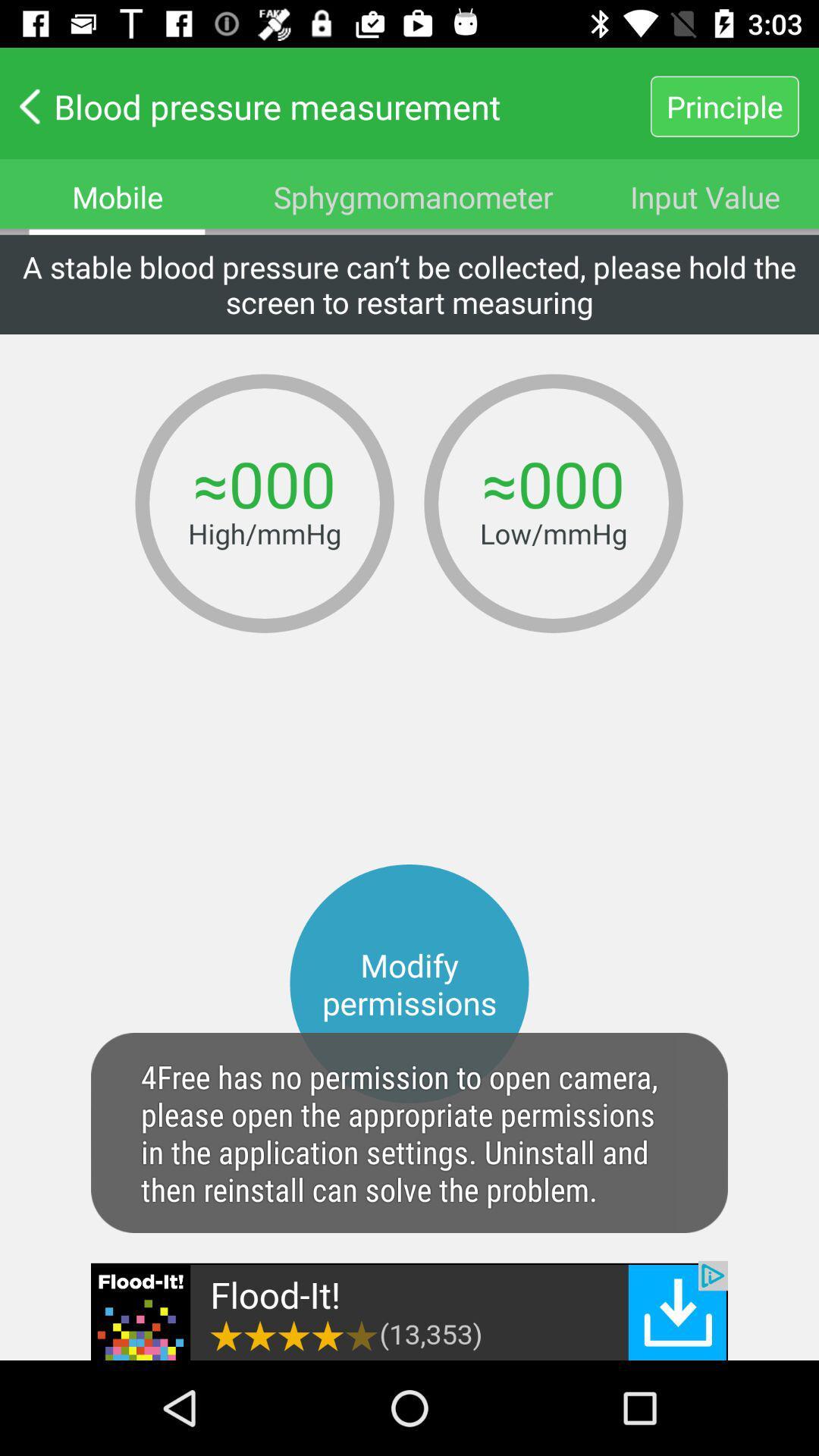 This screenshot has height=1456, width=819. Describe the element at coordinates (409, 1310) in the screenshot. I see `the add` at that location.